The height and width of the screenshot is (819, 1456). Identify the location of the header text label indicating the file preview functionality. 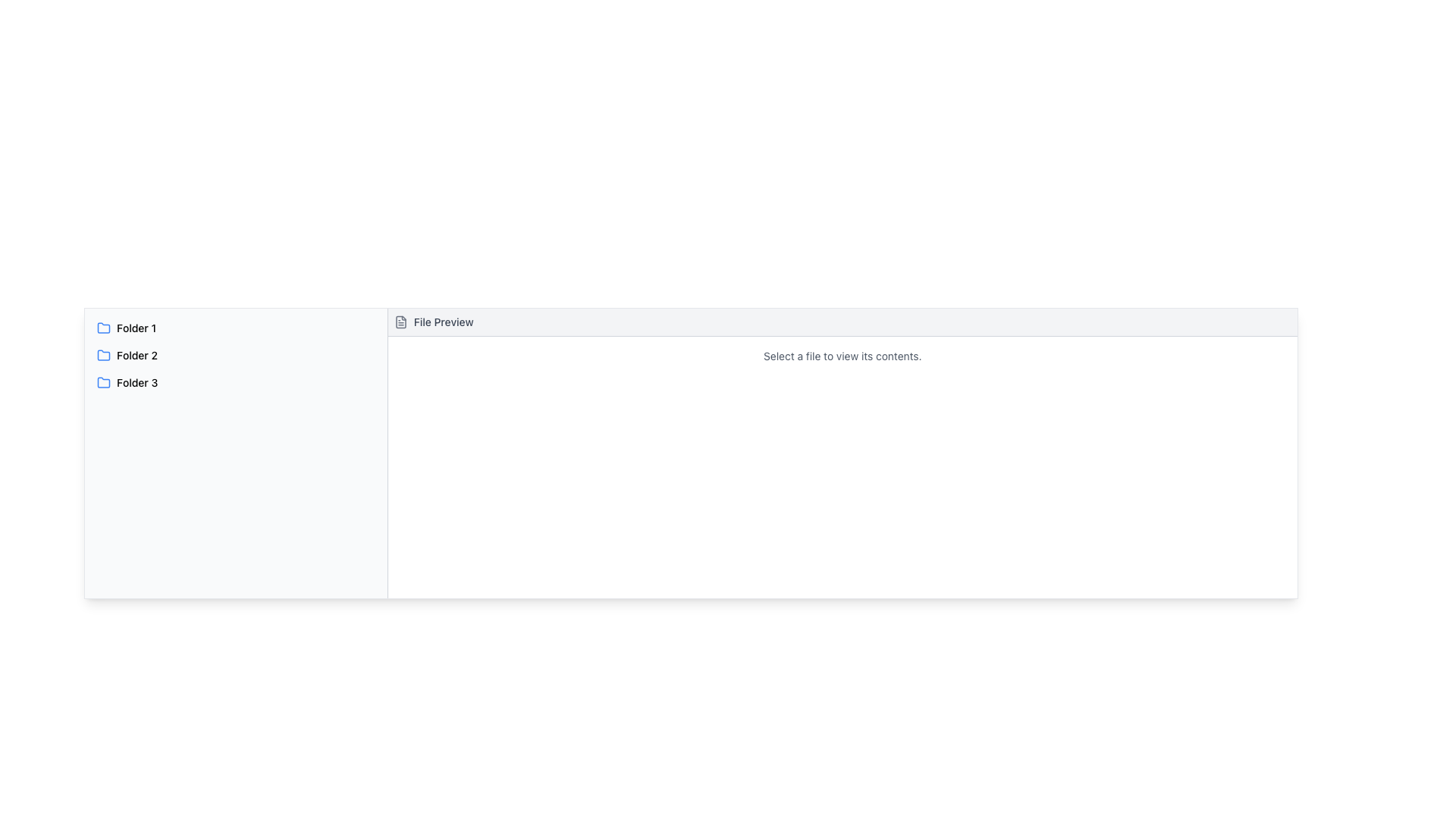
(443, 321).